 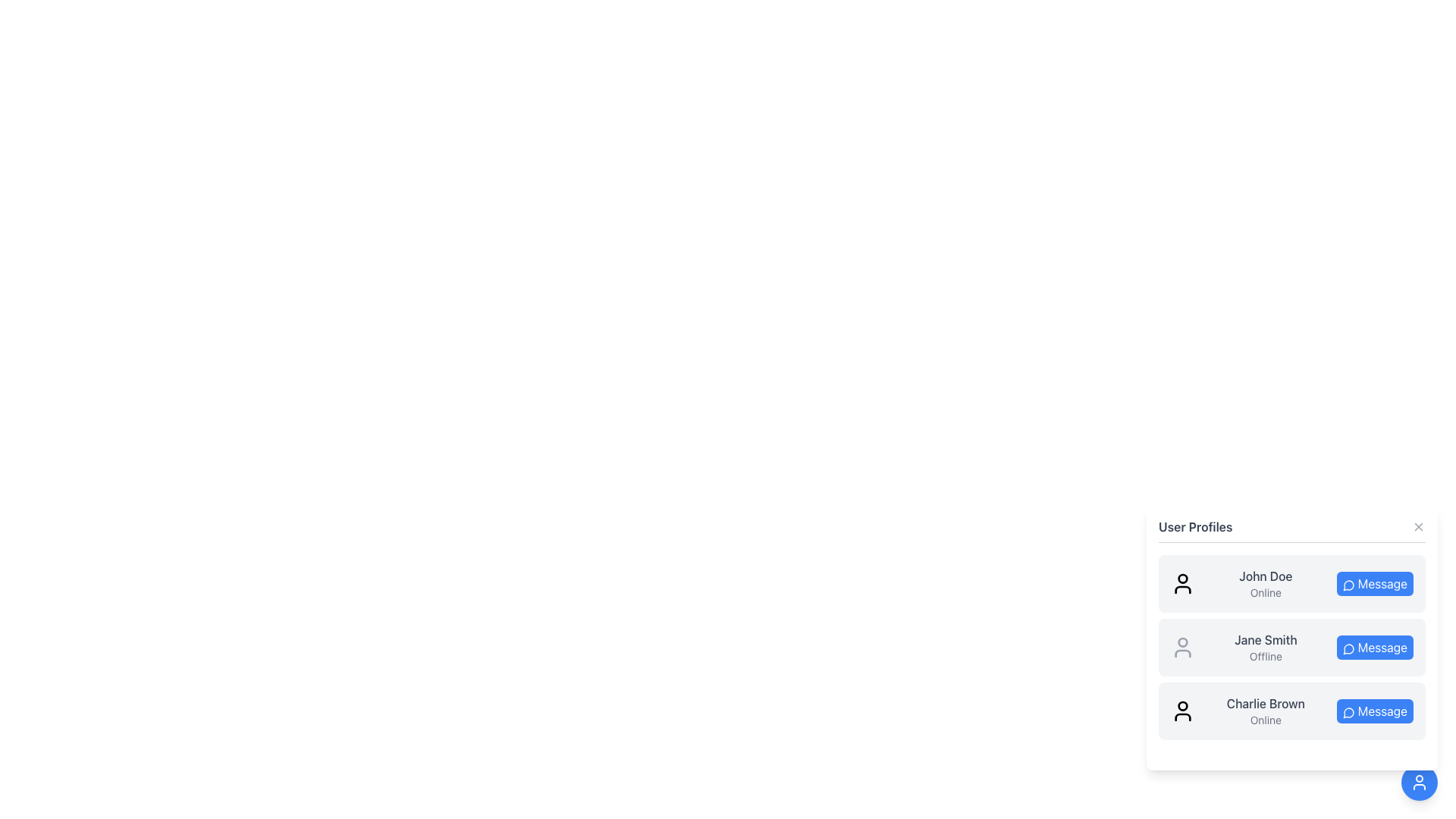 I want to click on the Text Display element containing 'John Doe' and 'Online' located in the user profiles section of the UI, so click(x=1266, y=583).